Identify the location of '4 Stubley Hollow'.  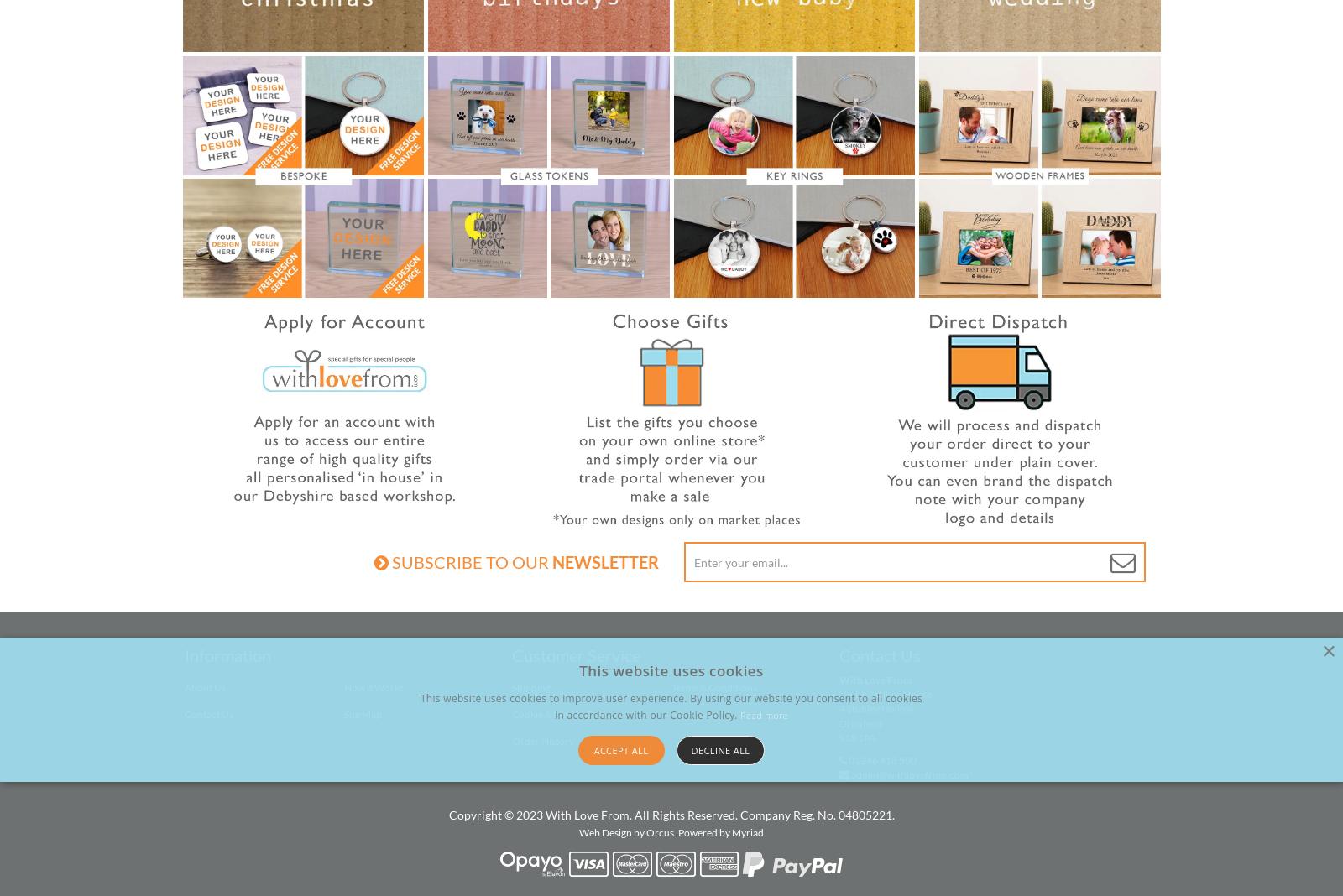
(876, 707).